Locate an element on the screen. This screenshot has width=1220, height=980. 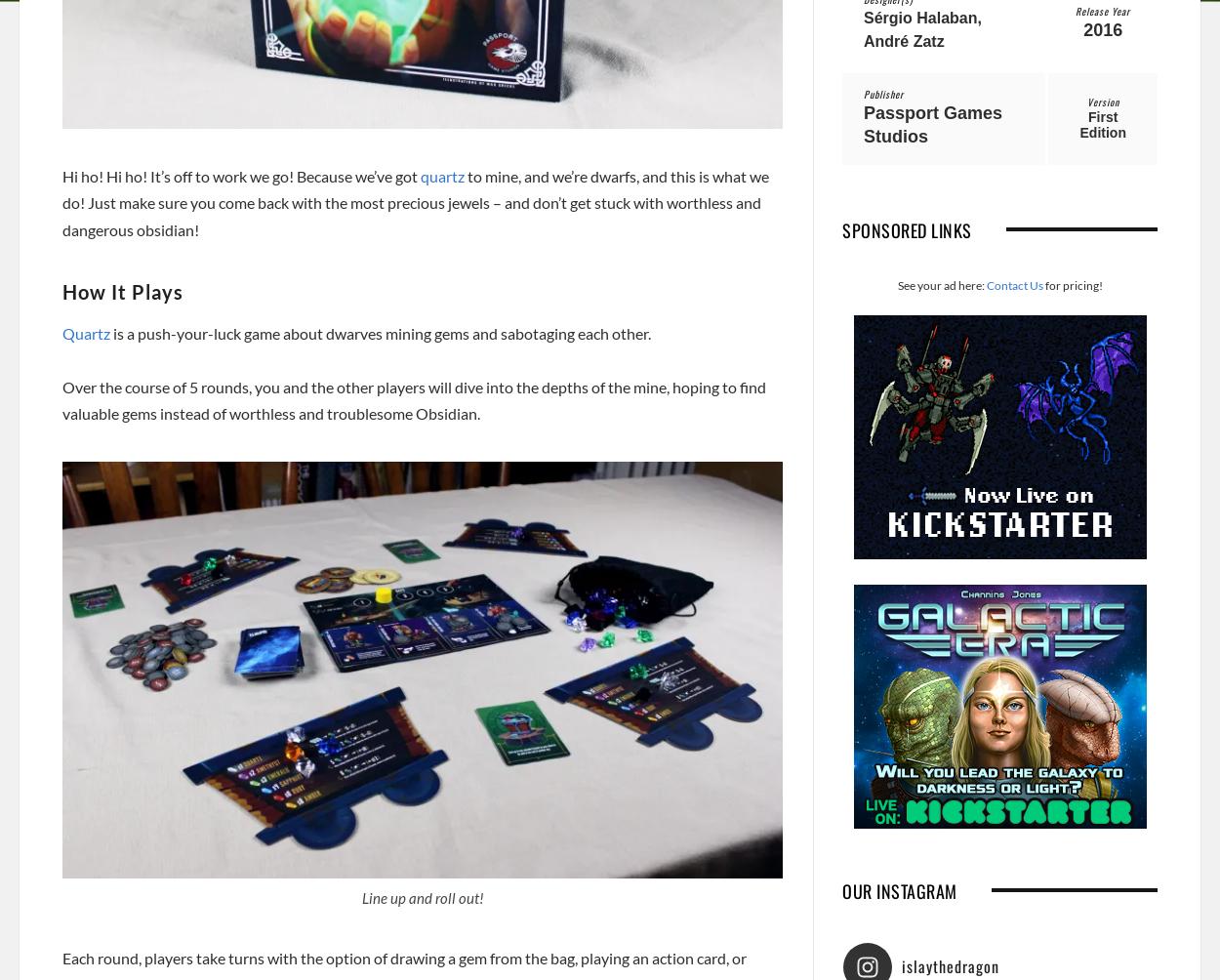
'How It Plays' is located at coordinates (123, 290).